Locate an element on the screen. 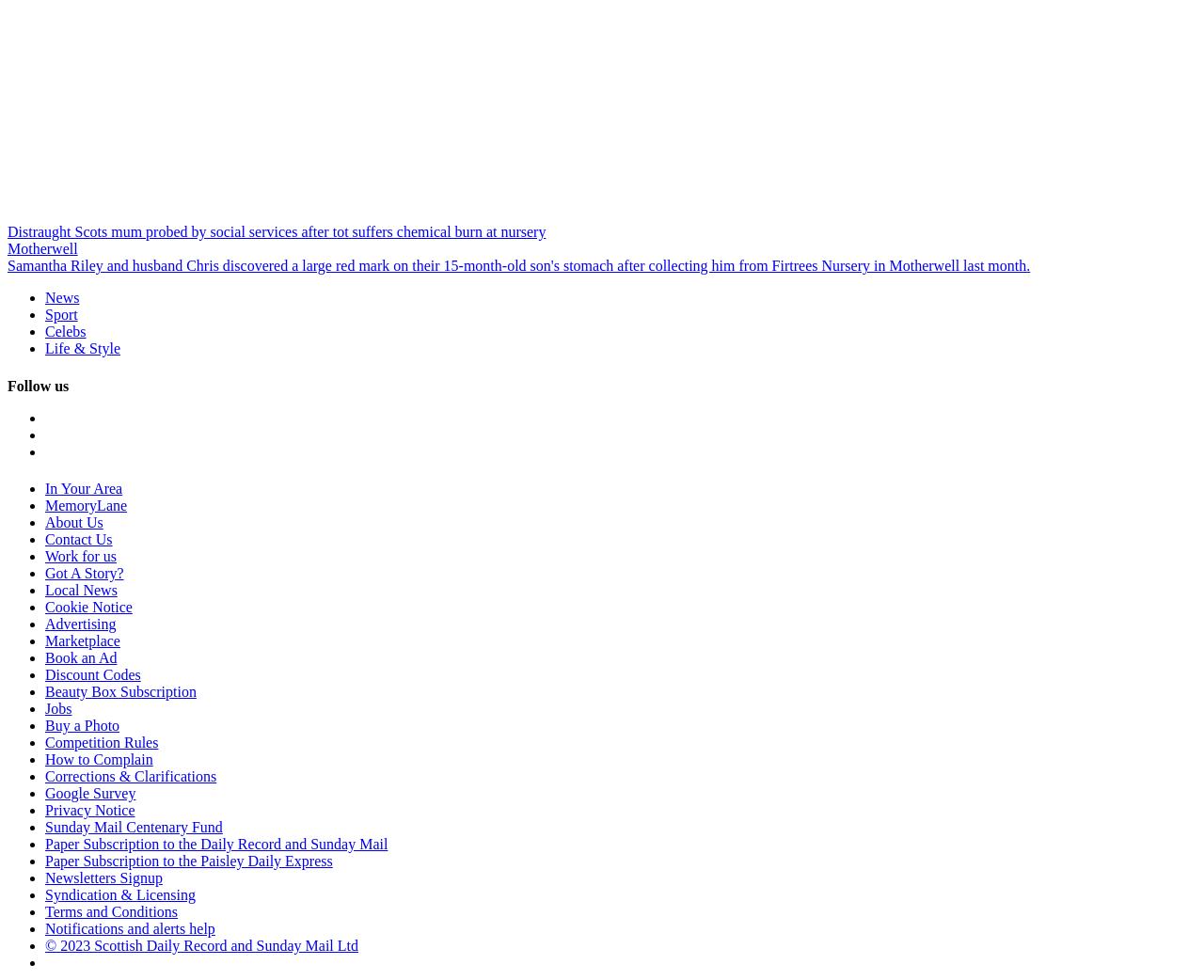 The width and height of the screenshot is (1204, 980). 'Follow us' is located at coordinates (38, 384).